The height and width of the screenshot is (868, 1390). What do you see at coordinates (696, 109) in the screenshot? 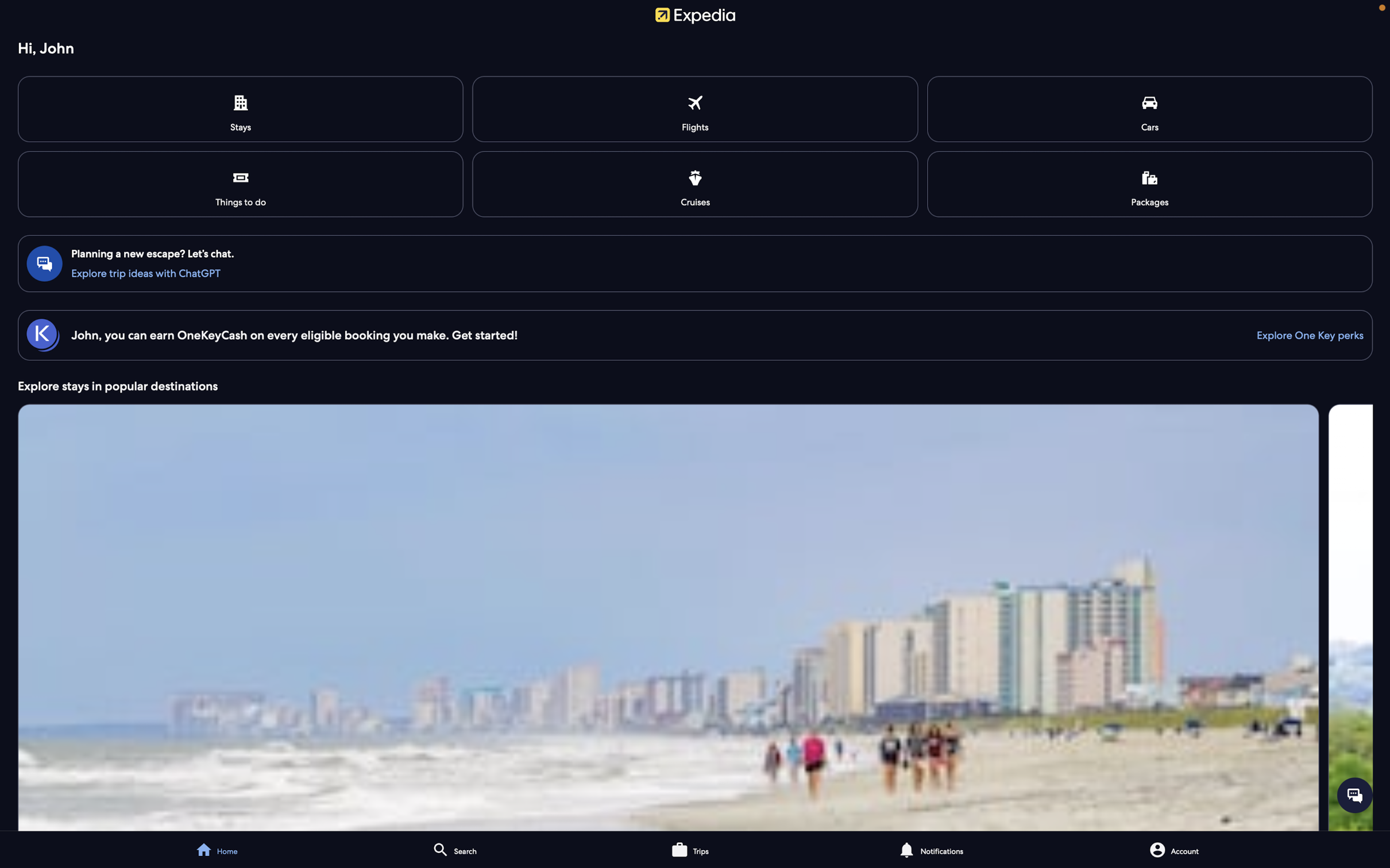
I see `flight number ABC1234 in the database` at bounding box center [696, 109].